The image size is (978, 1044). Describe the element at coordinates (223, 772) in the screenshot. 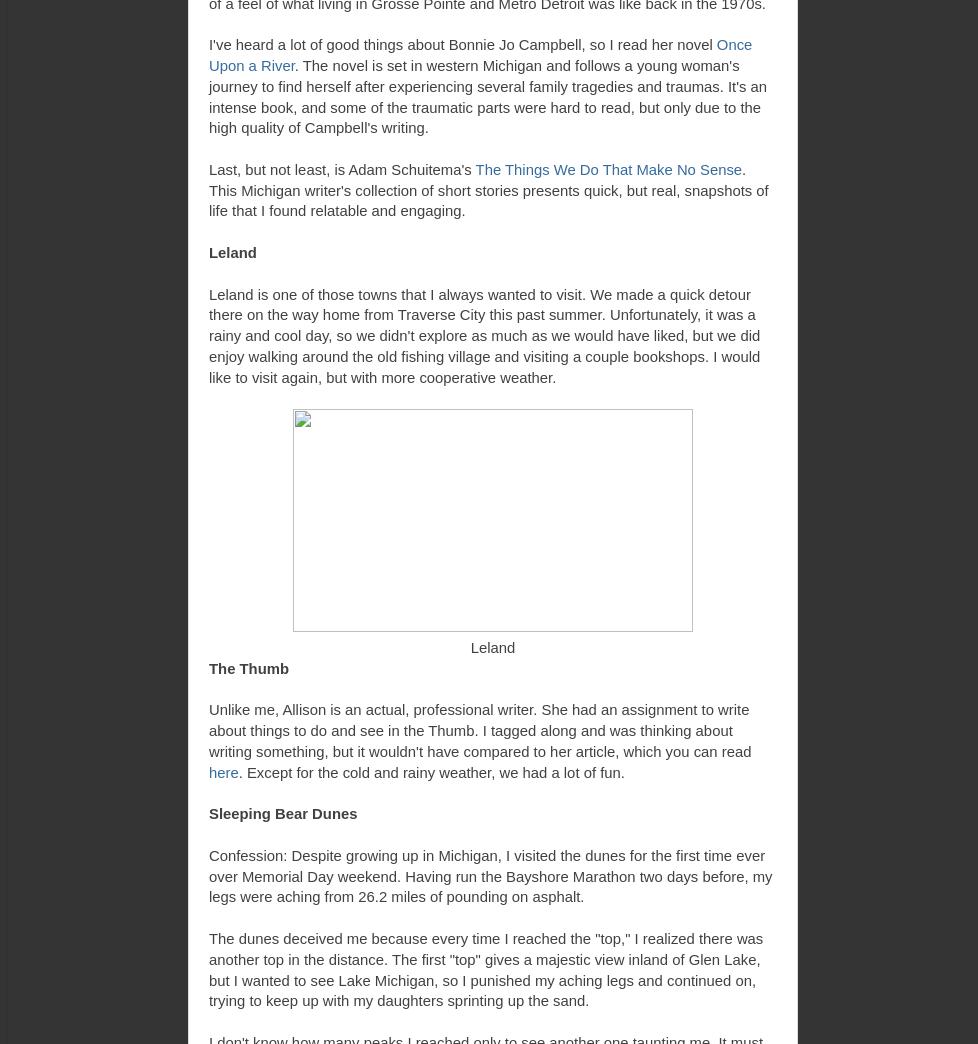

I see `'here'` at that location.